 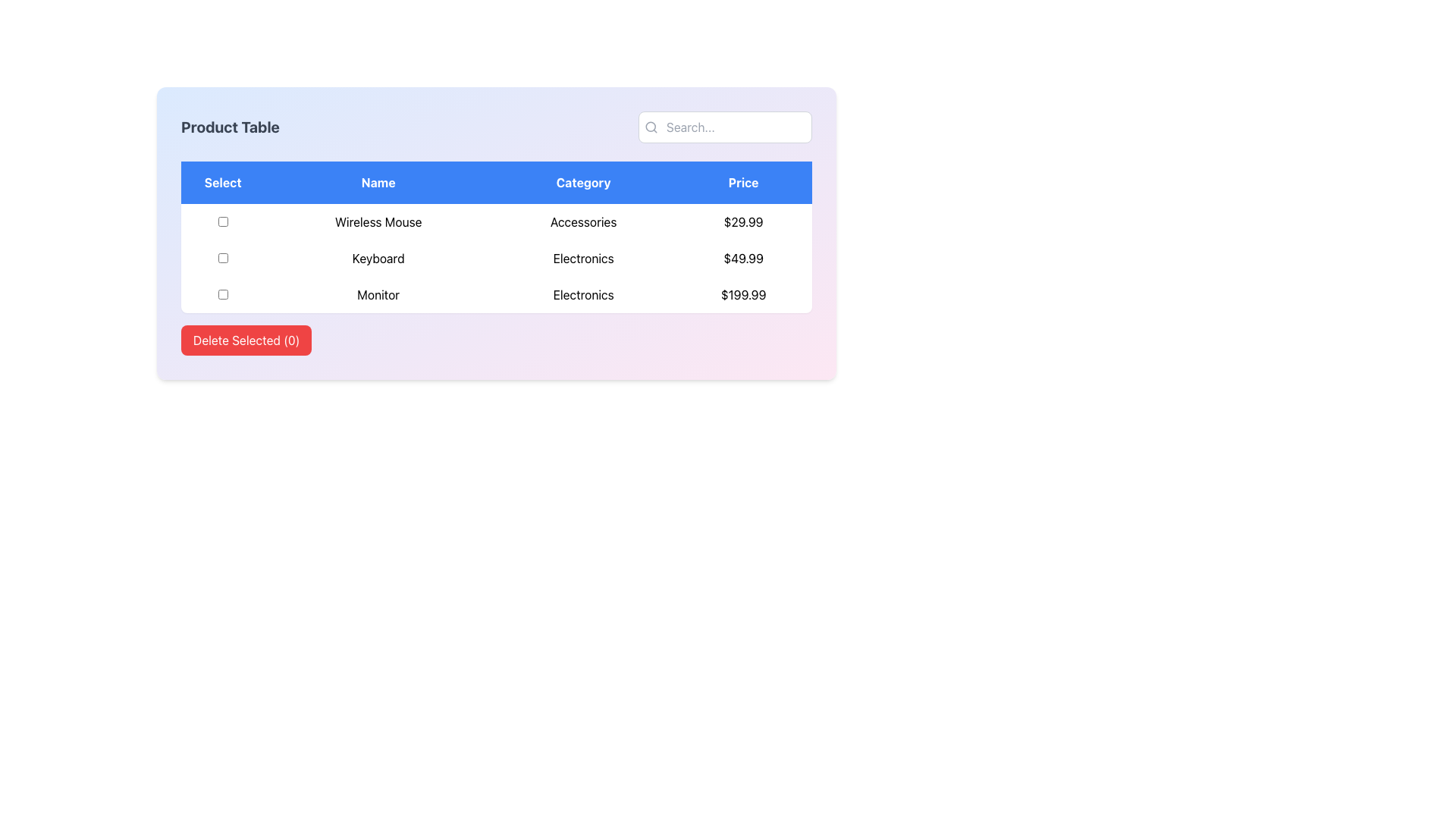 I want to click on the fourth table header which sorts the table by the price column, so click(x=743, y=181).